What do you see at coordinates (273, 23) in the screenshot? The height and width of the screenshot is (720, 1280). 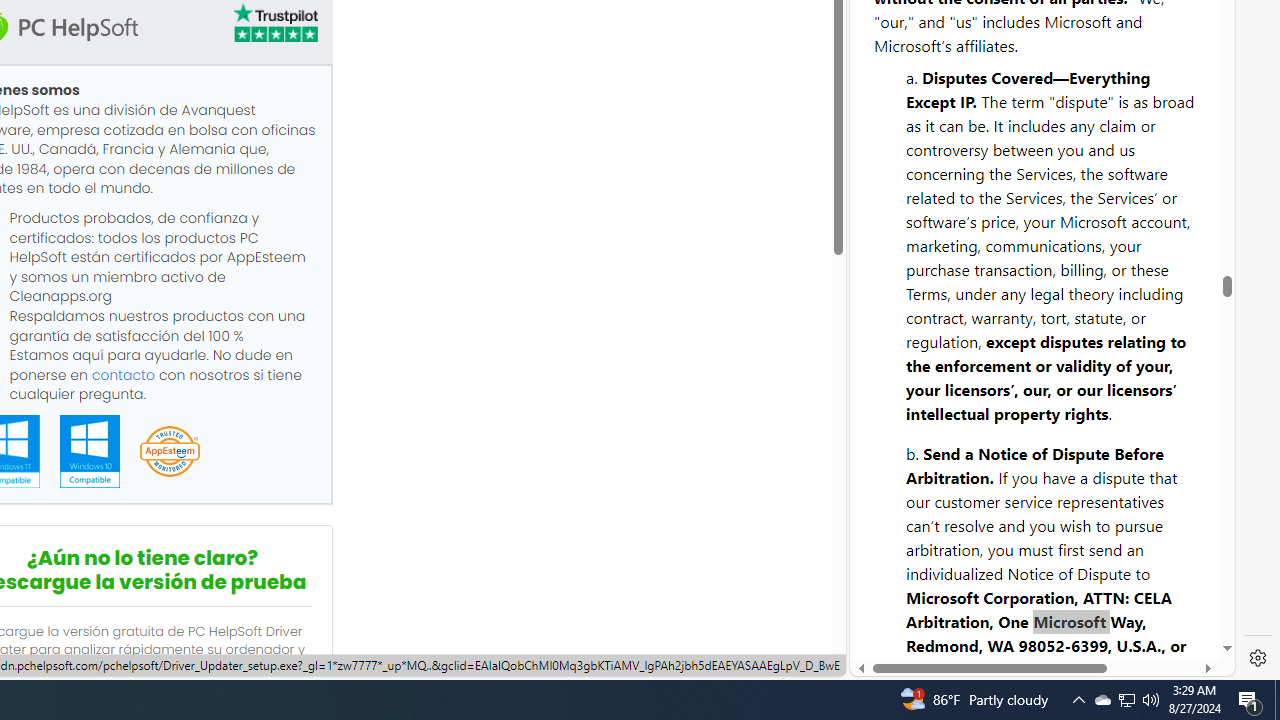 I see `'TrustPilot'` at bounding box center [273, 23].